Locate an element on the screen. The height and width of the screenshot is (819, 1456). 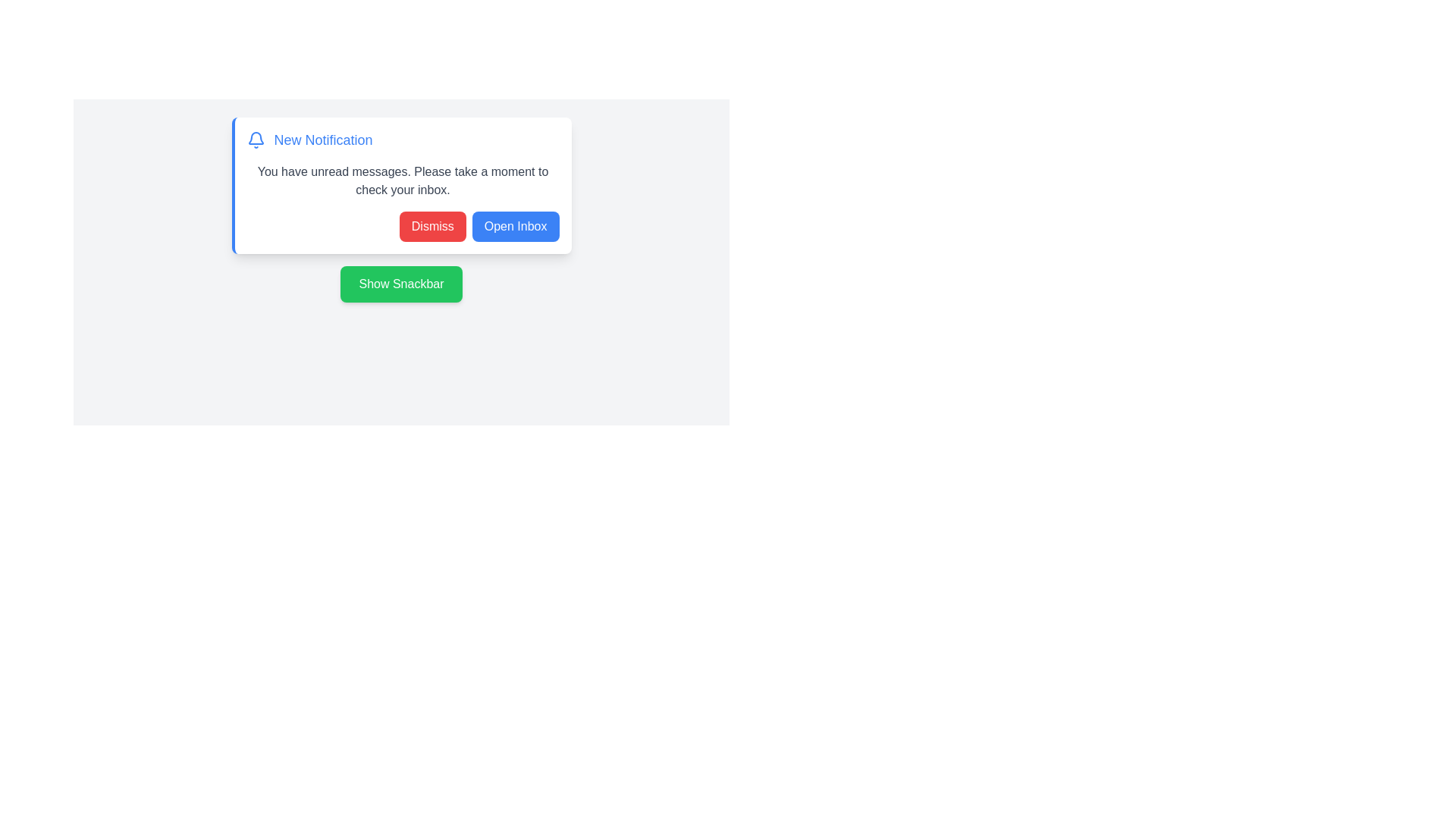
'Dismiss' button to close the snackbar is located at coordinates (431, 227).